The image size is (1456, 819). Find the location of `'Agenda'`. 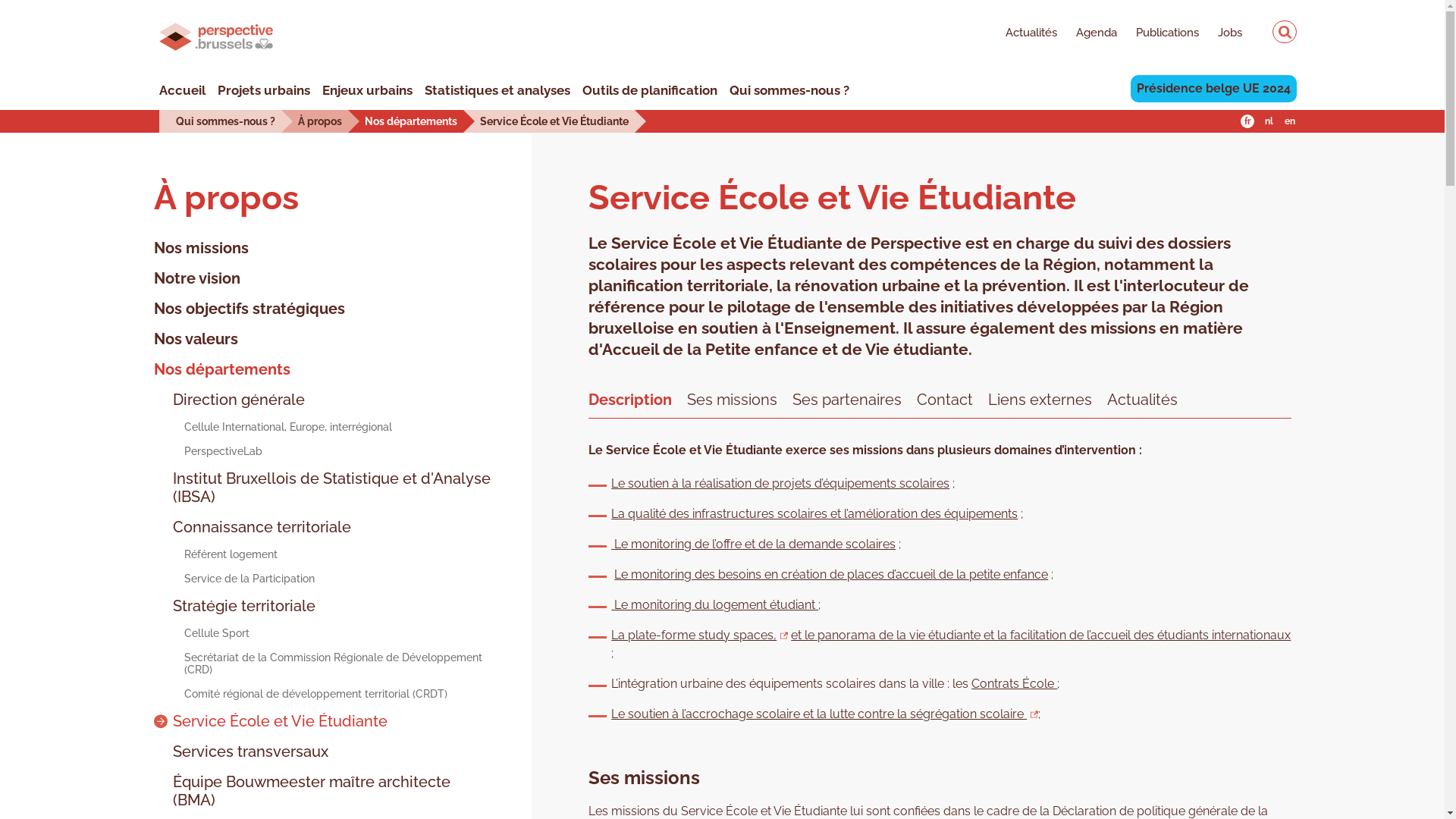

'Agenda' is located at coordinates (1086, 34).